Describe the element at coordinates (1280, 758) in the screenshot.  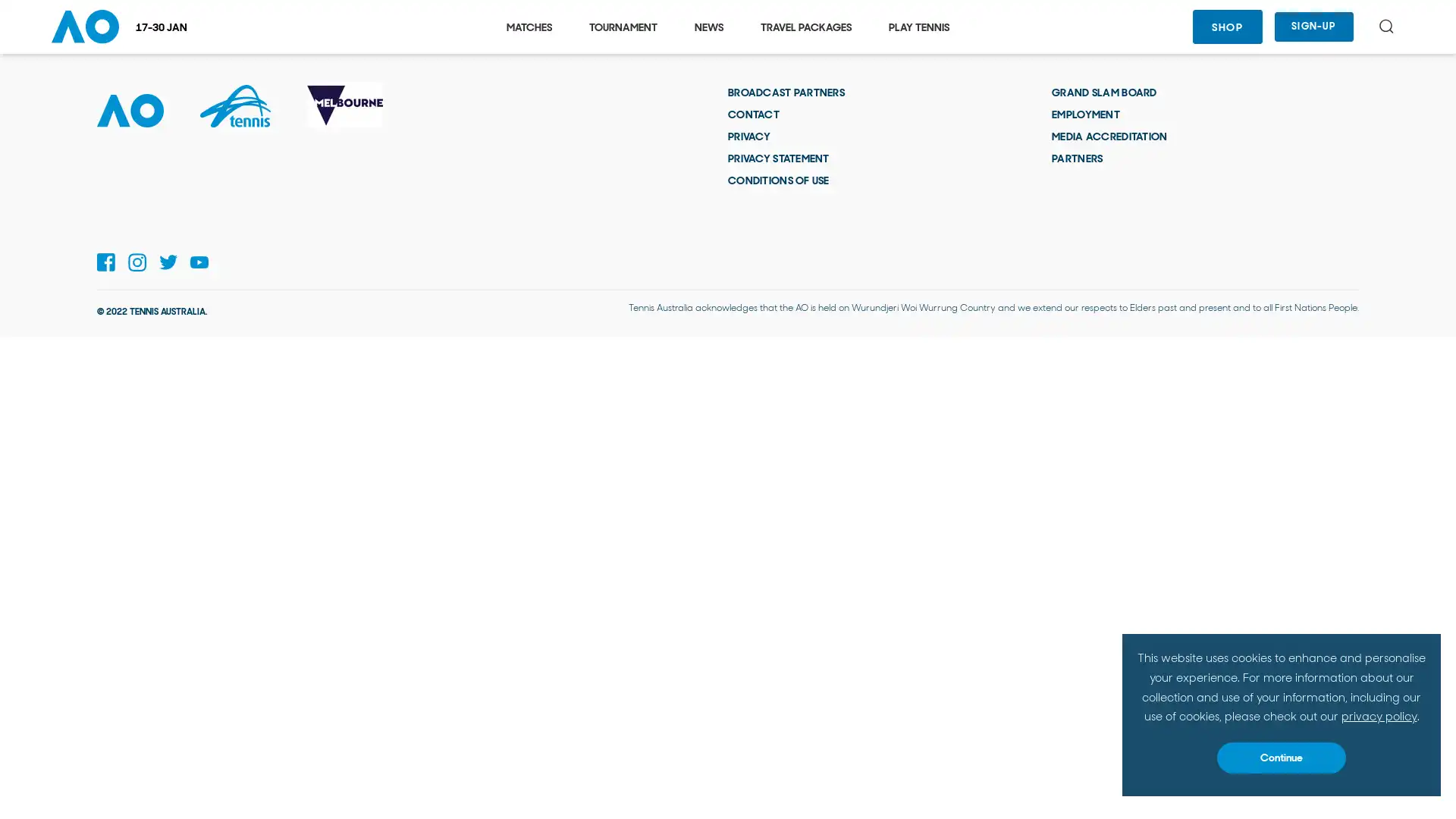
I see `Continue` at that location.